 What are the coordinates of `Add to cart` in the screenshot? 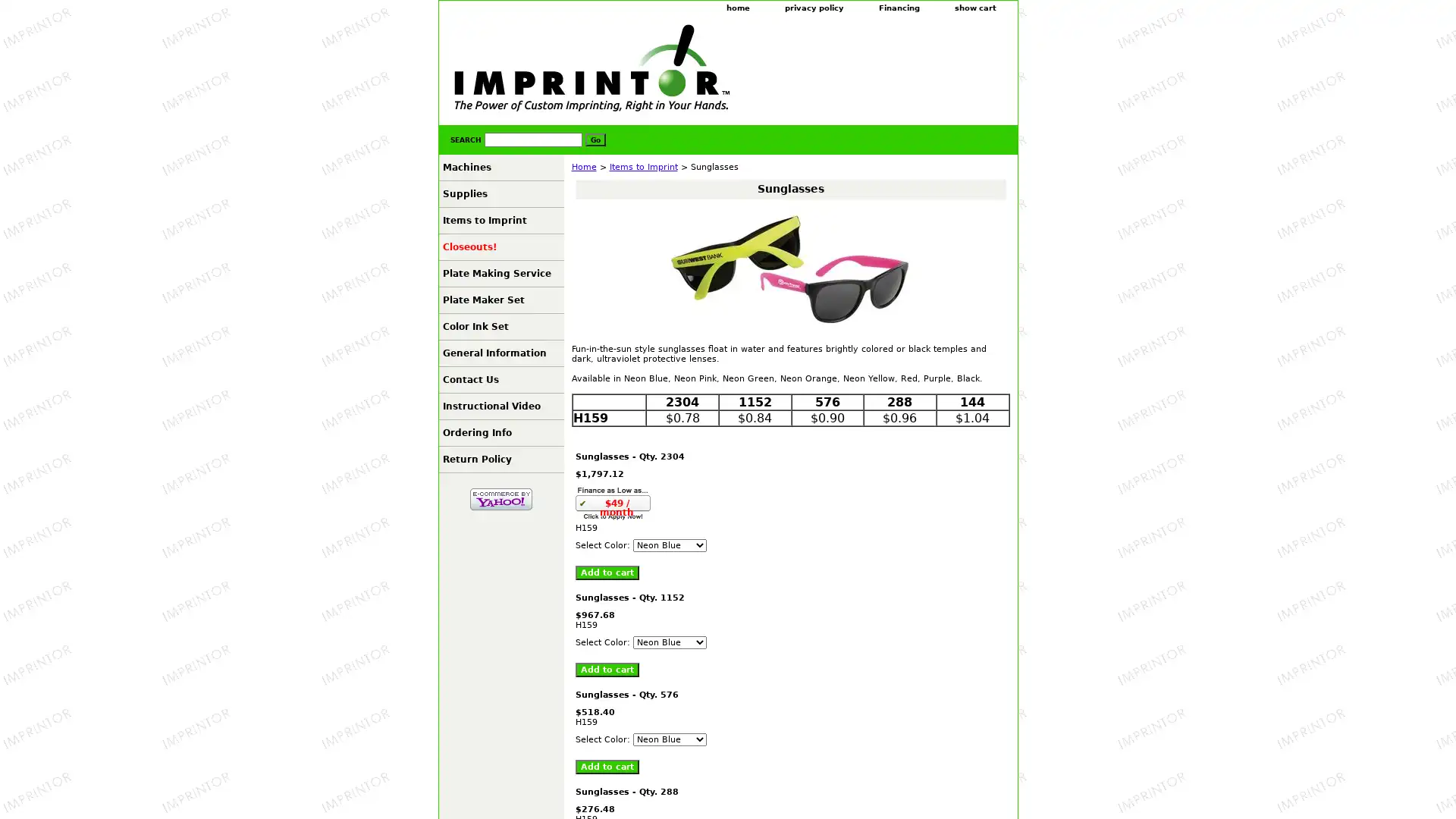 It's located at (607, 573).